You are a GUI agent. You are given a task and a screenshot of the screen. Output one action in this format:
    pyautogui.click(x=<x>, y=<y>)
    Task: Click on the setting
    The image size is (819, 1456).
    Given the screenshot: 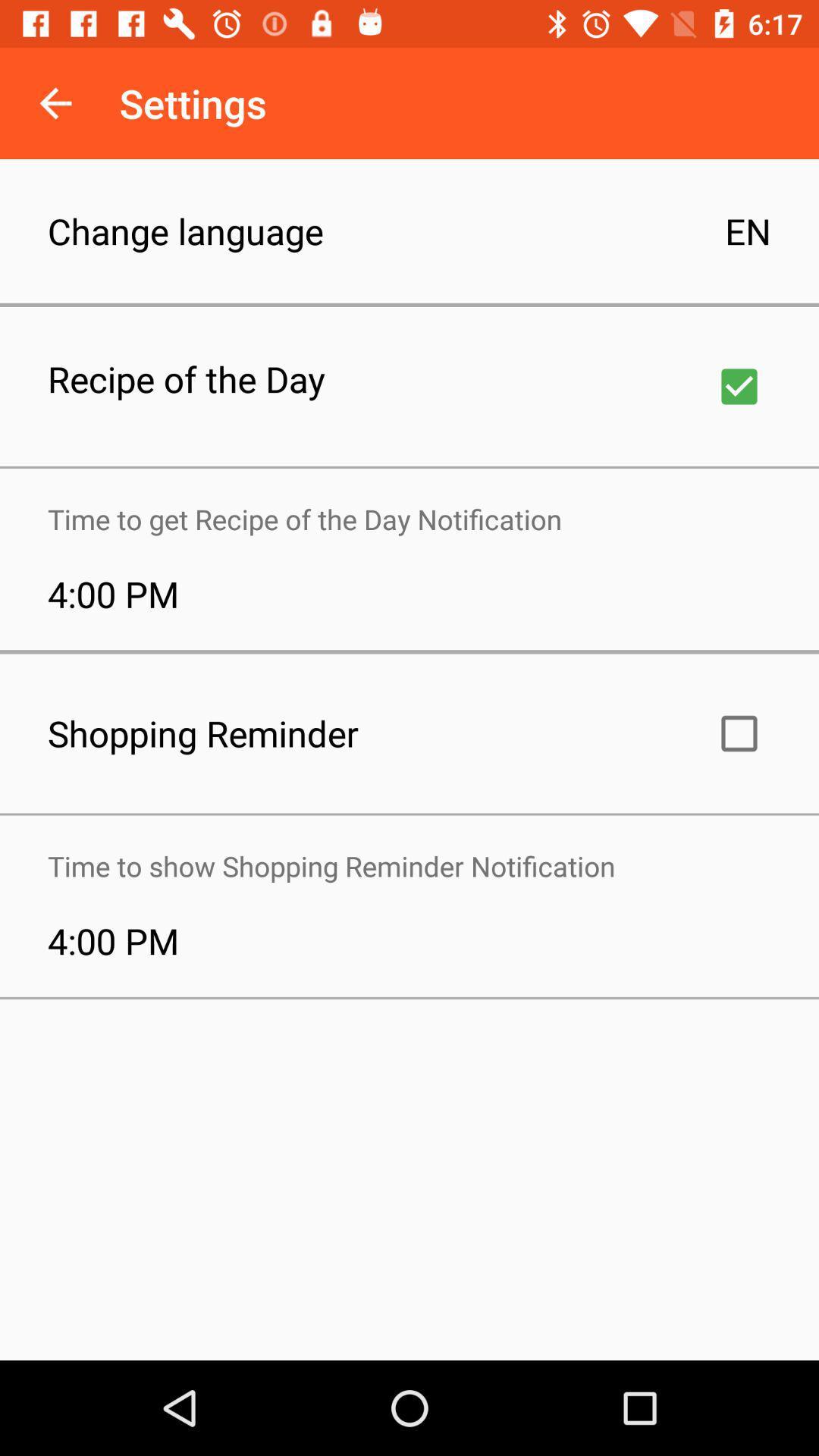 What is the action you would take?
    pyautogui.click(x=739, y=386)
    